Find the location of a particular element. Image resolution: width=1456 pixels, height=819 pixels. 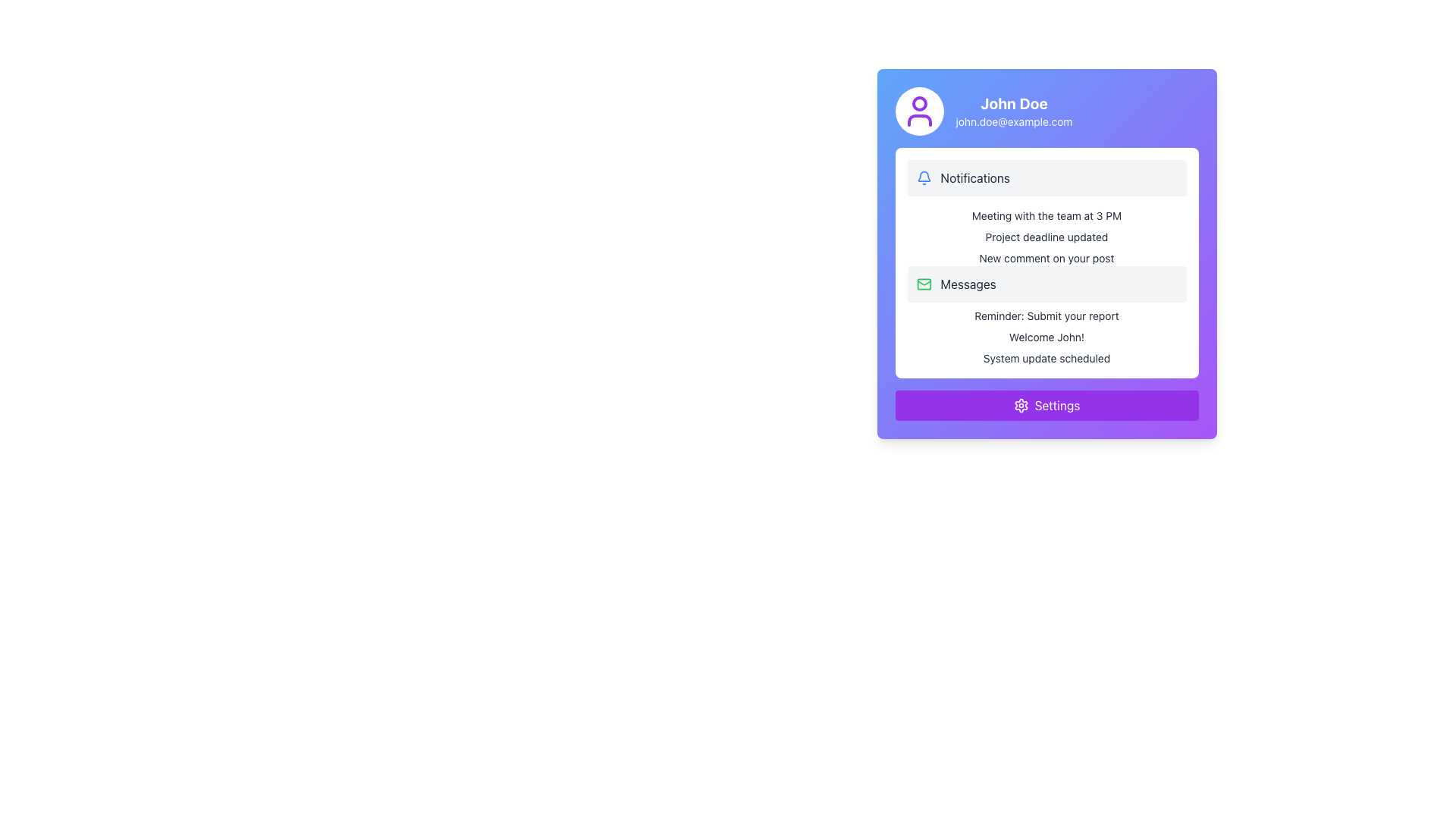

the 'Notifications' section in the interactive list item is located at coordinates (1046, 177).